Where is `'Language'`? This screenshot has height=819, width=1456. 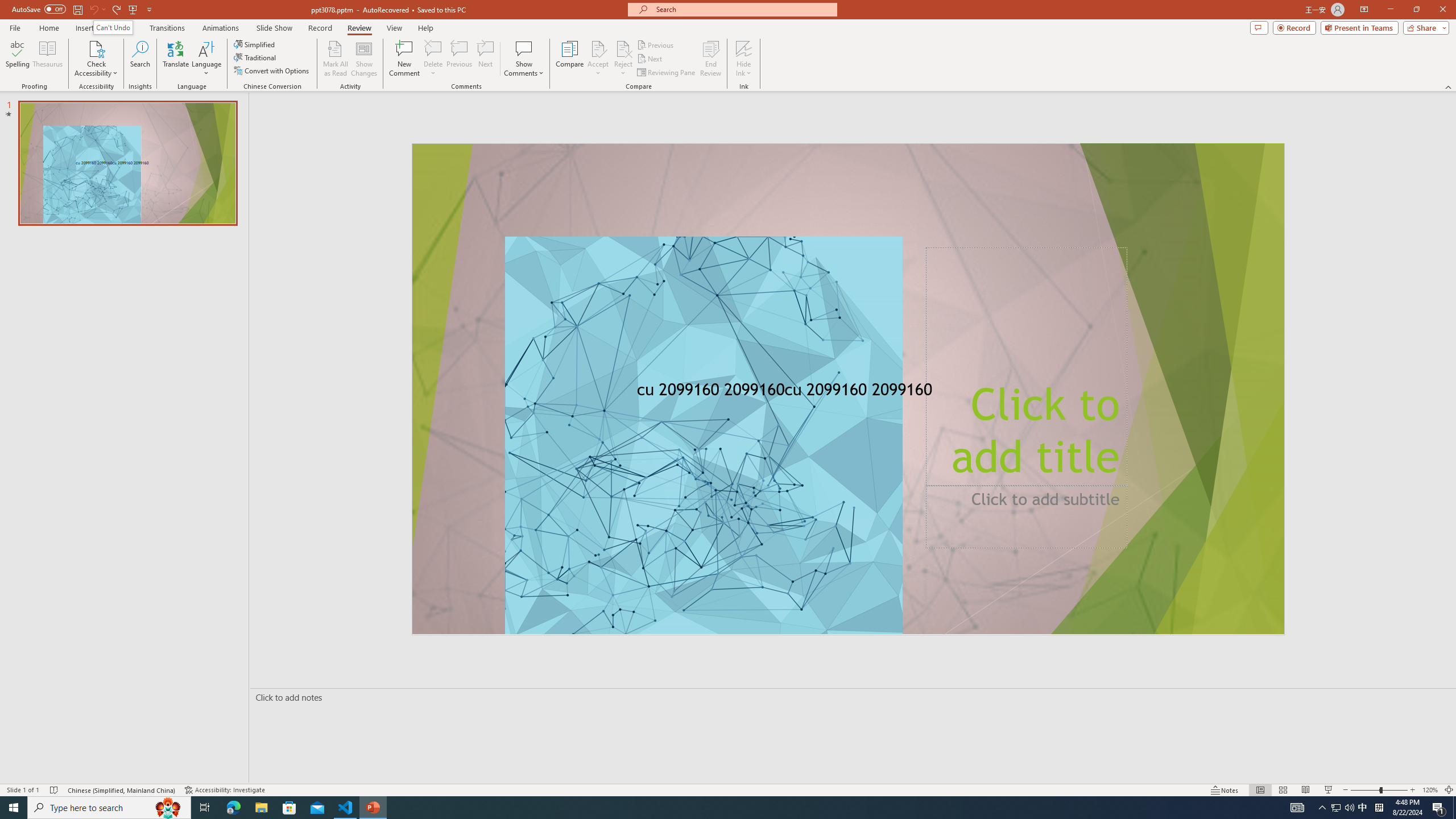
'Language' is located at coordinates (206, 59).